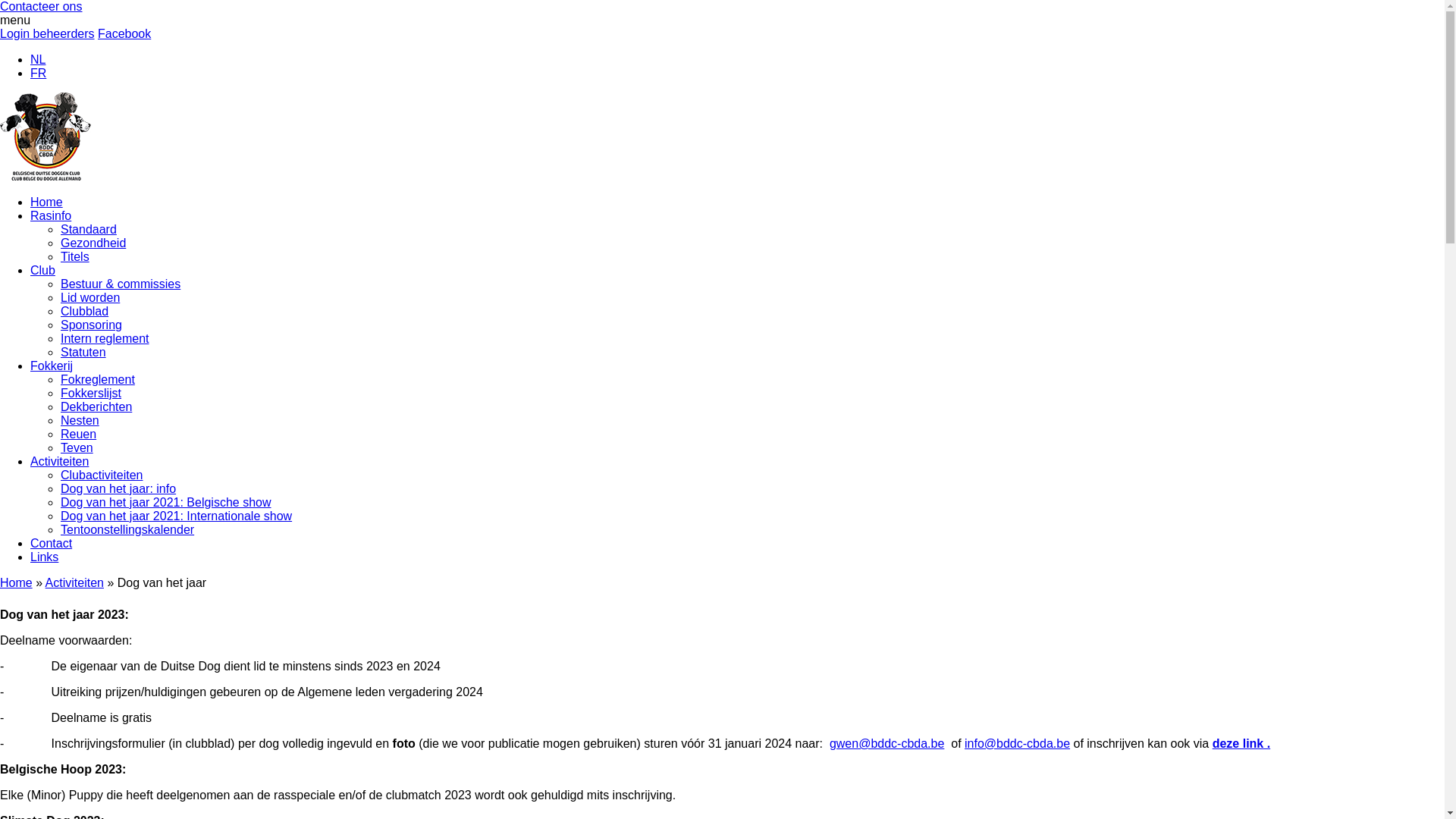  I want to click on 'Titels', so click(74, 256).